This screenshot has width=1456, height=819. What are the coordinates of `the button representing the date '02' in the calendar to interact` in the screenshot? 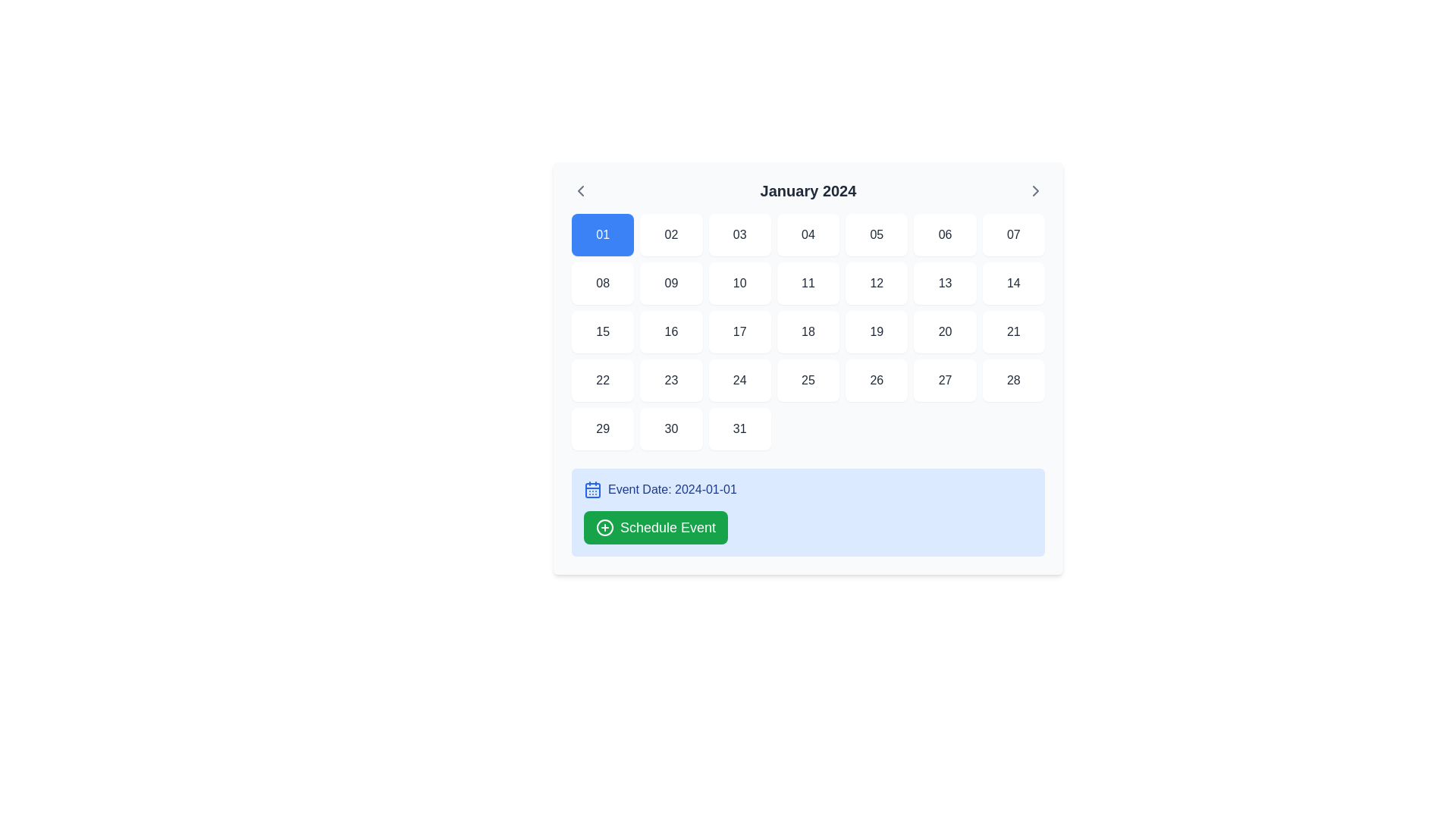 It's located at (670, 234).